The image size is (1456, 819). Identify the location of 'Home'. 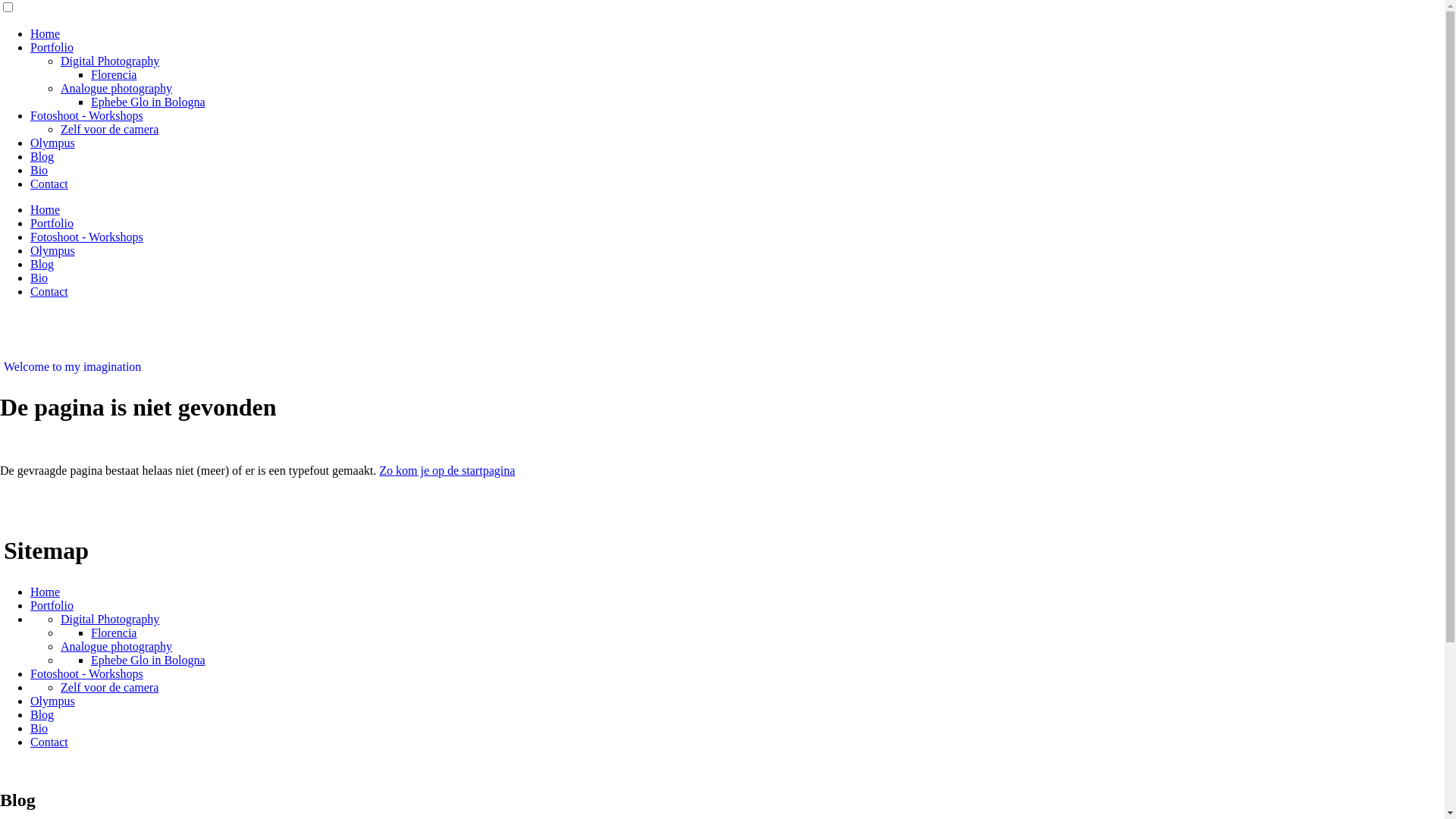
(45, 33).